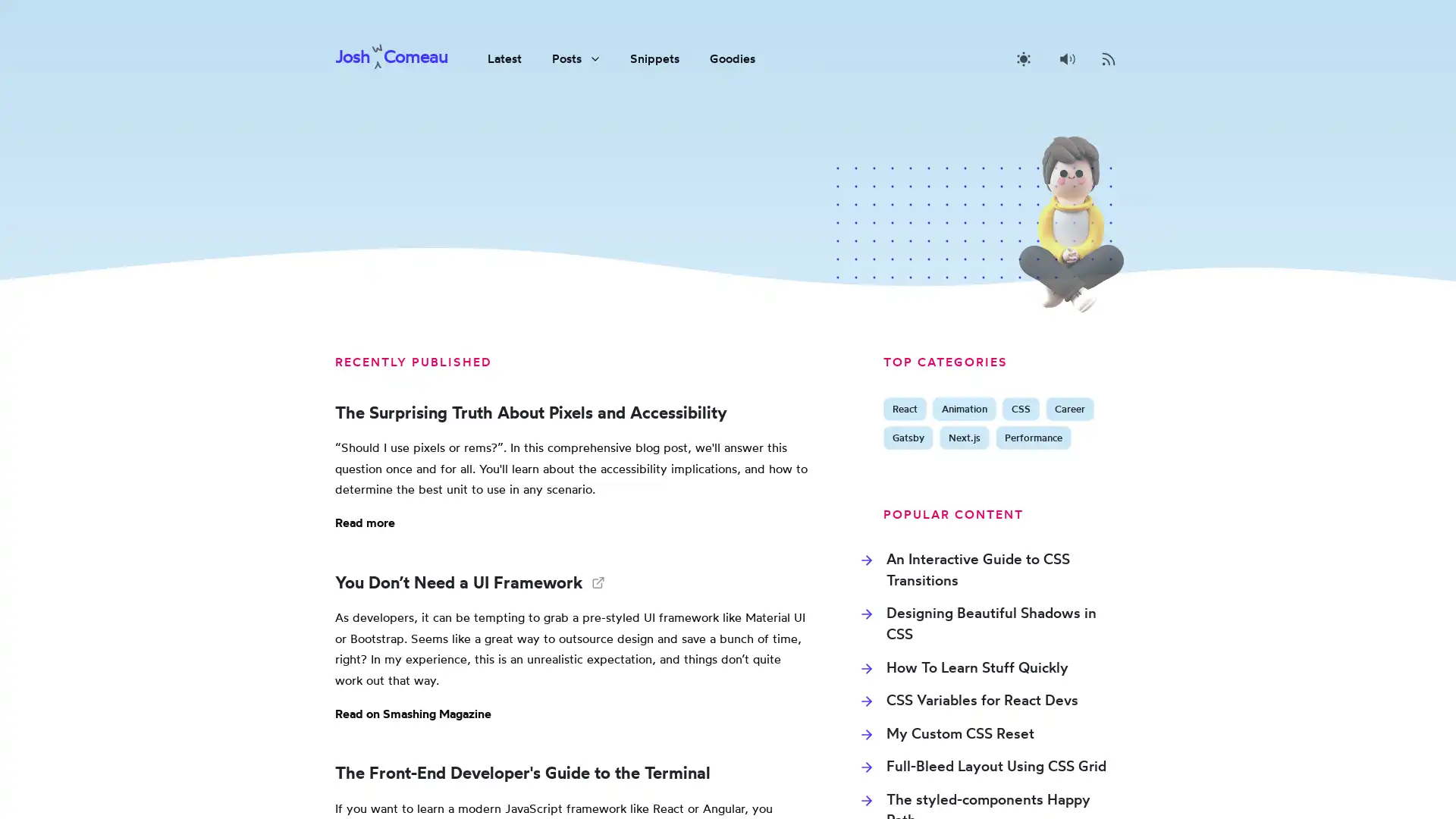 The image size is (1456, 819). What do you see at coordinates (90, 730) in the screenshot?
I see `Disable sounds` at bounding box center [90, 730].